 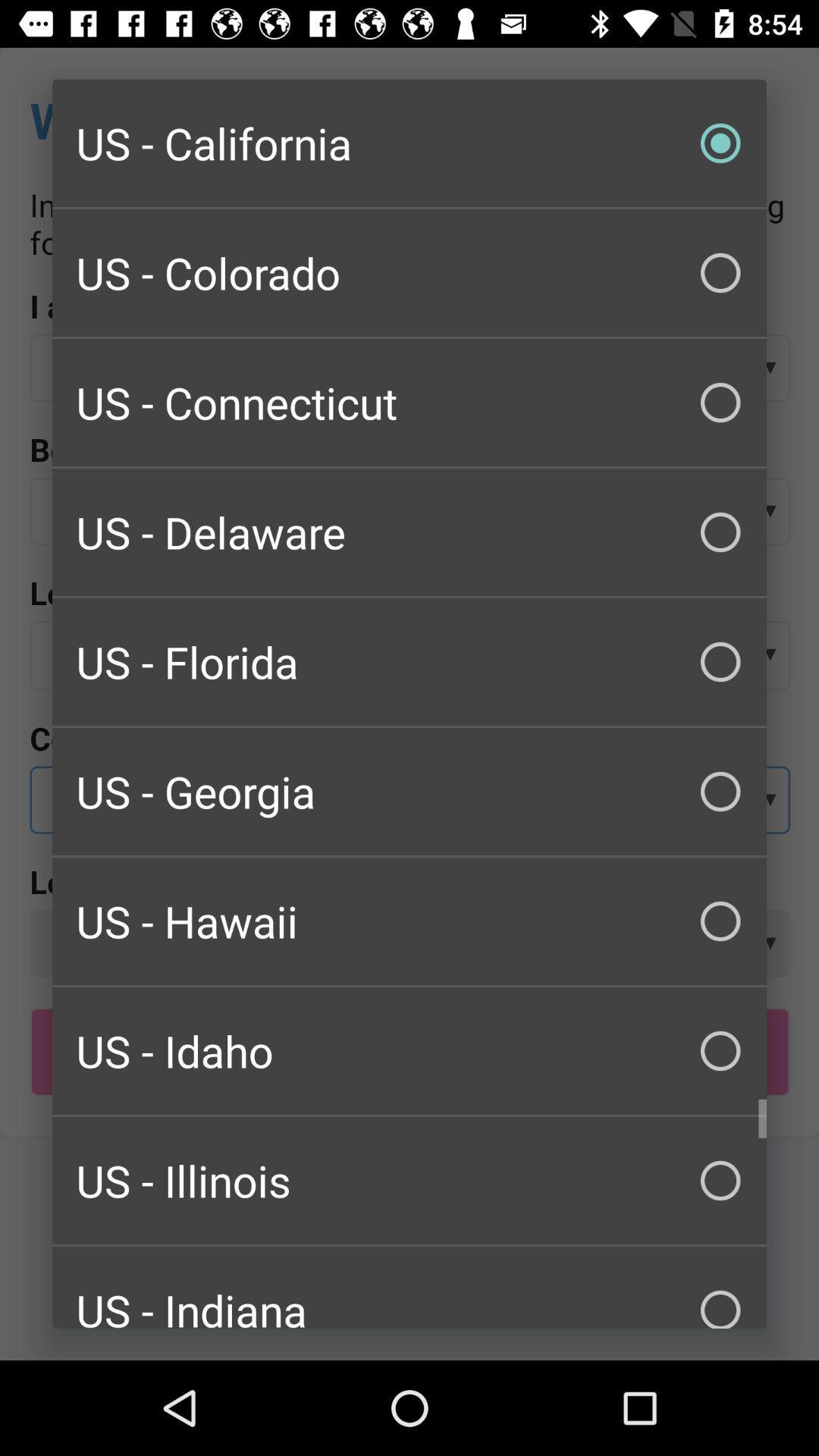 What do you see at coordinates (409, 273) in the screenshot?
I see `the item below us - california icon` at bounding box center [409, 273].